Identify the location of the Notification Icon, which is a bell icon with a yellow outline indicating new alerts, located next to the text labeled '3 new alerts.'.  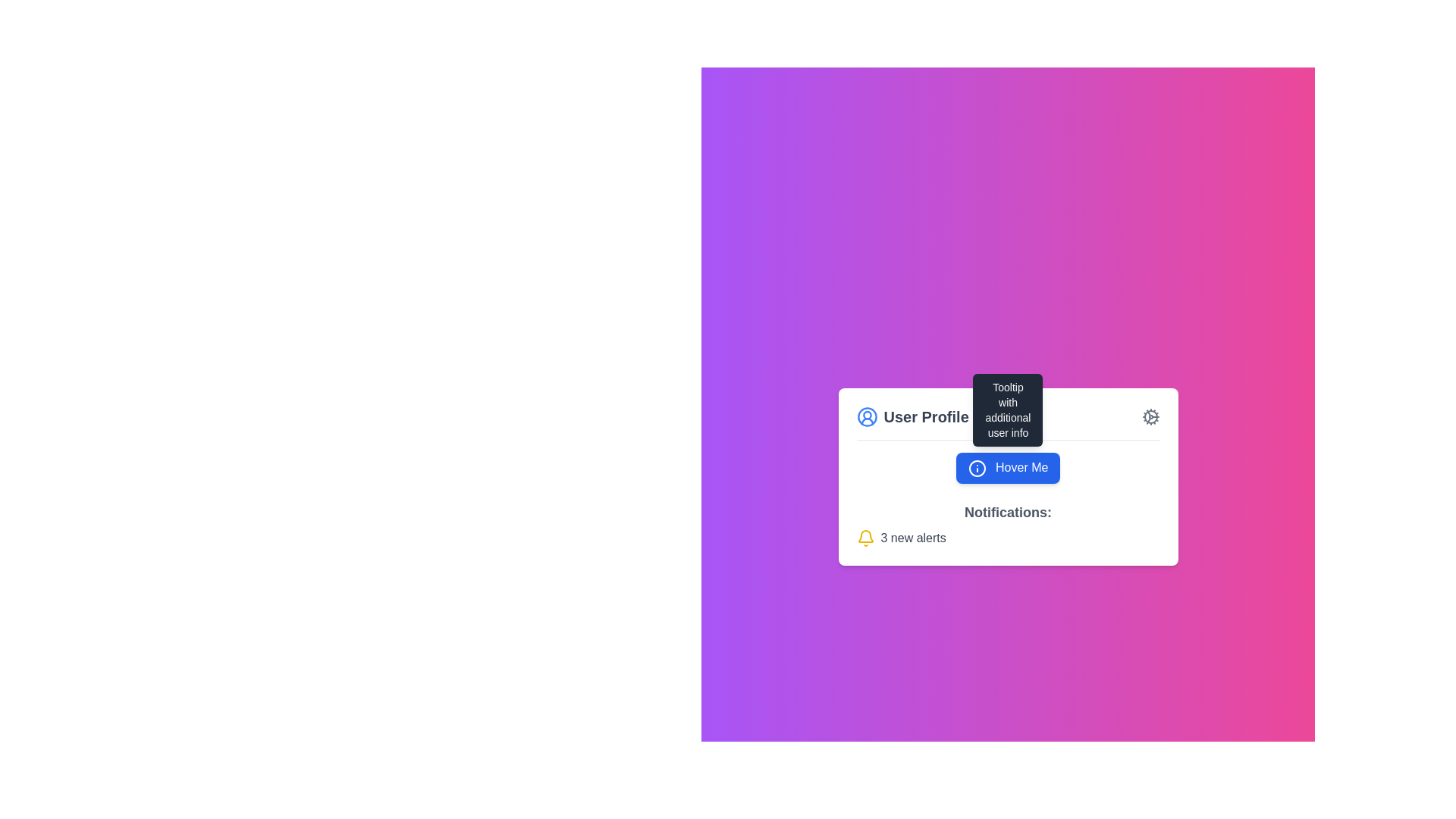
(865, 537).